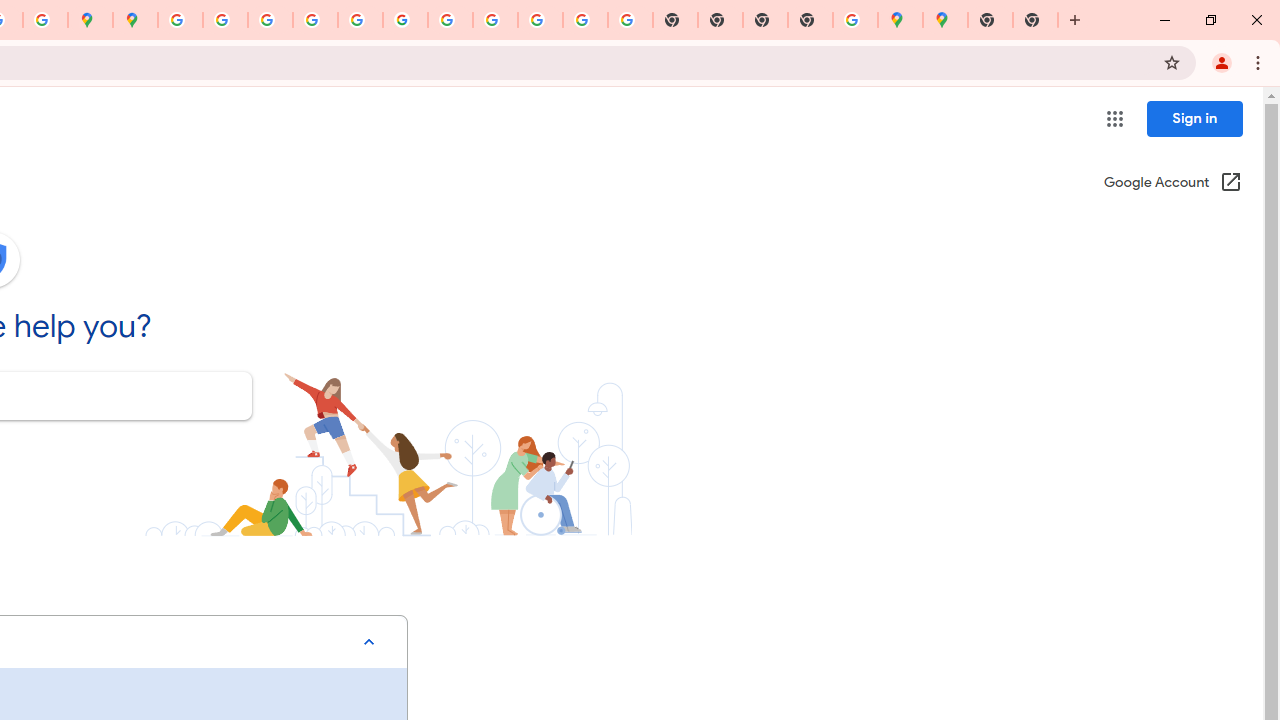 The height and width of the screenshot is (720, 1280). I want to click on 'Google Maps', so click(944, 20).